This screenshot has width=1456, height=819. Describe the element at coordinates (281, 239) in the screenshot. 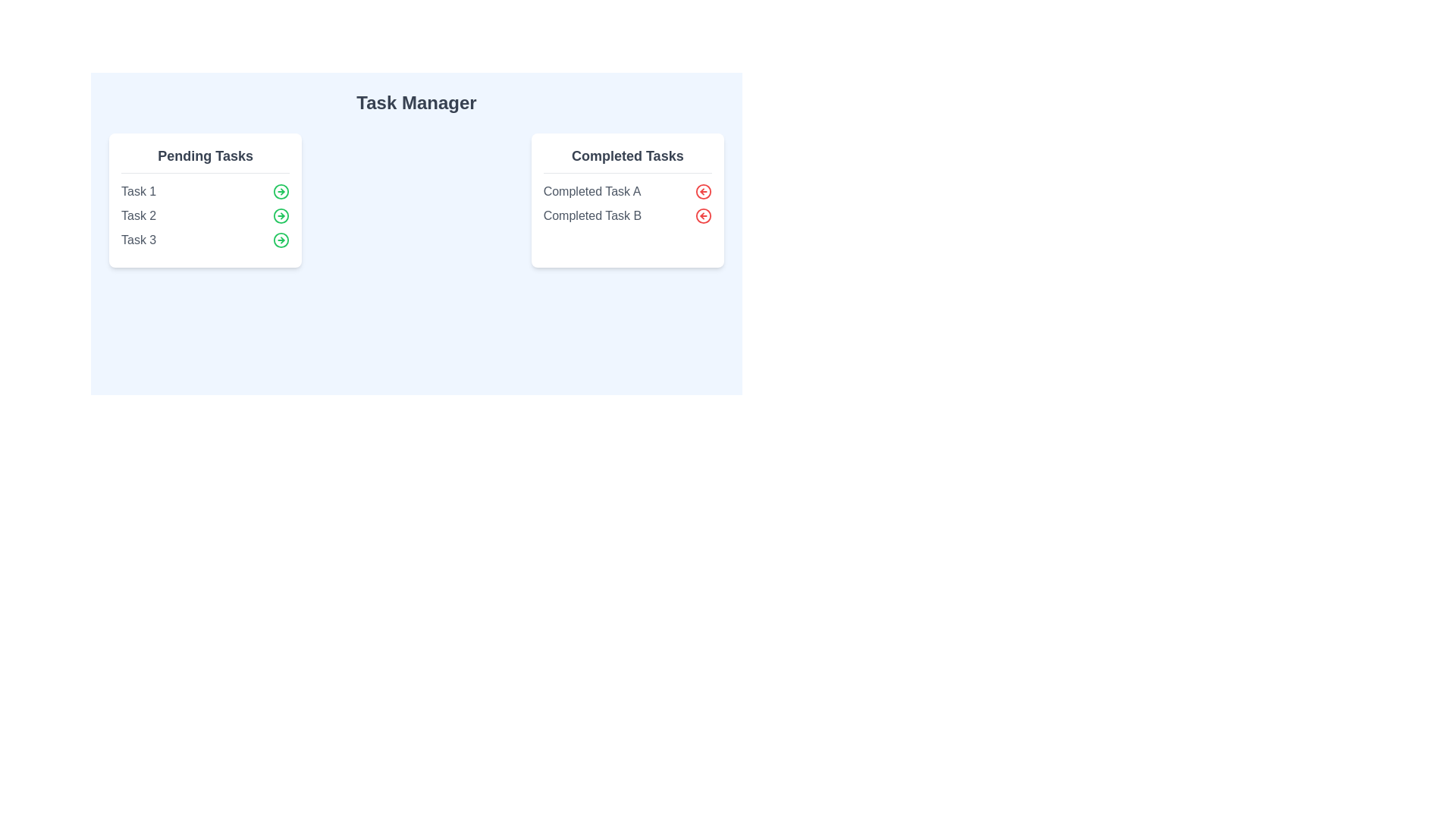

I see `green arrow button for the task labeled Task 3 to transfer it to 'Completed Tasks'` at that location.